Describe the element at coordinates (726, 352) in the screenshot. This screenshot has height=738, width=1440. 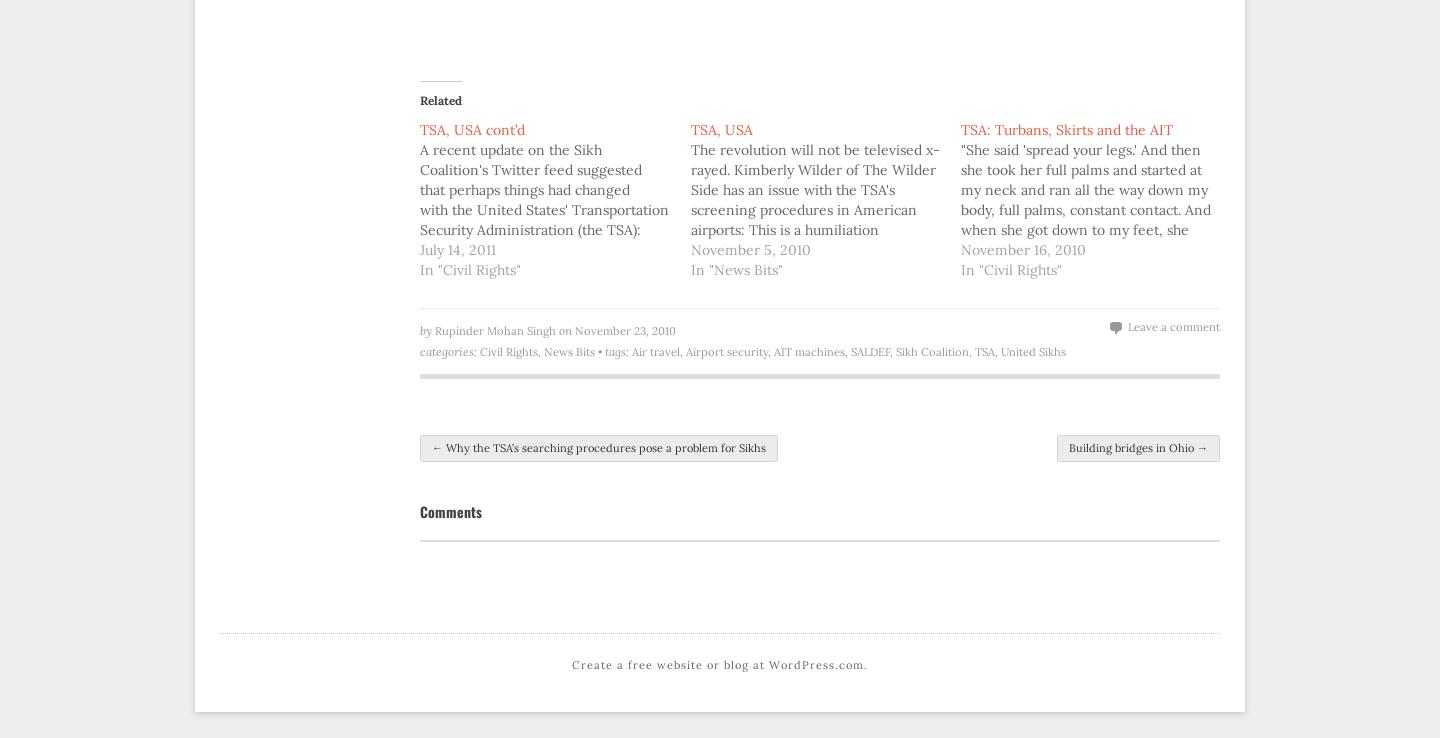
I see `'Airport security'` at that location.